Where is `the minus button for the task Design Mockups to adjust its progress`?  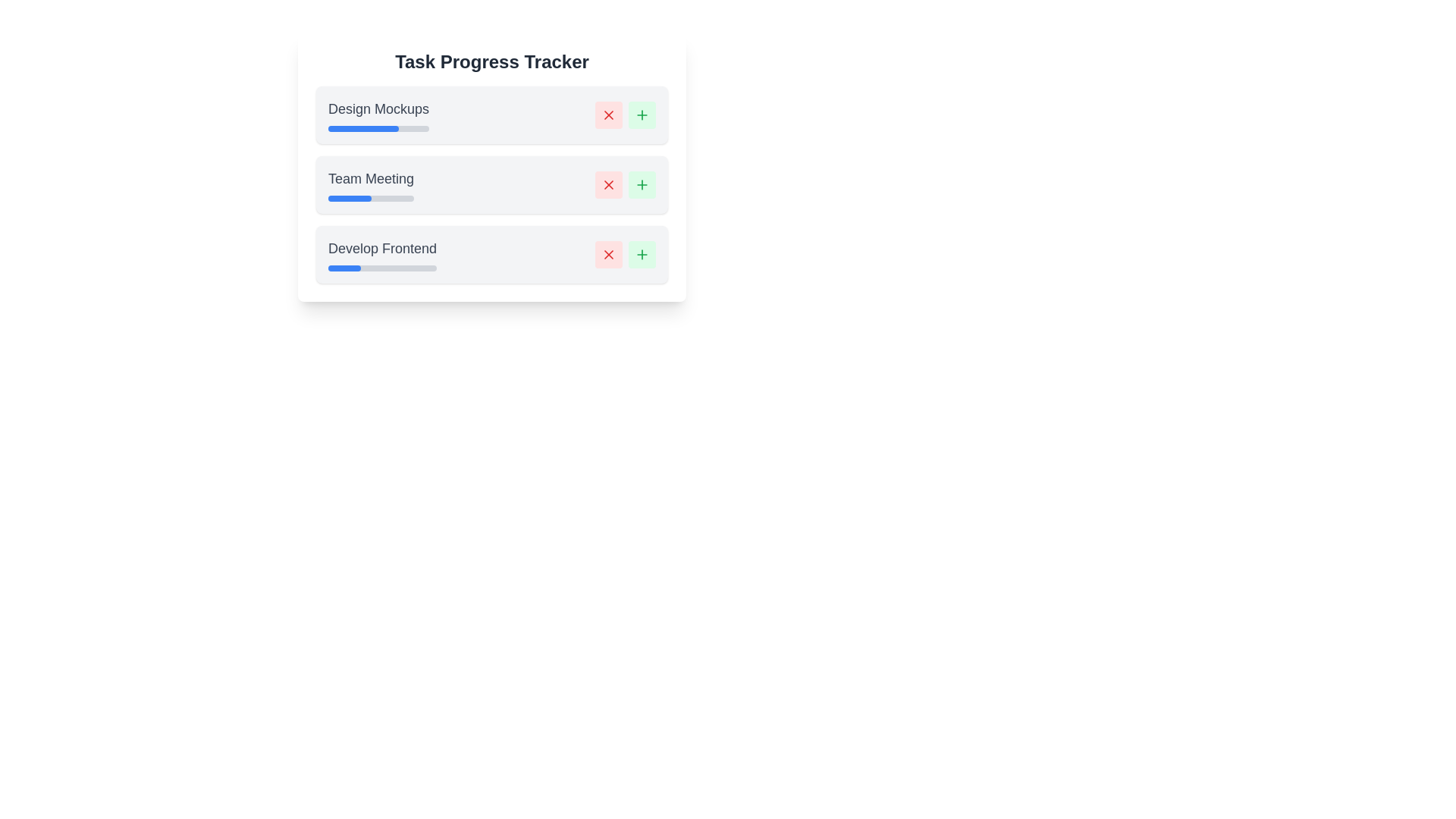 the minus button for the task Design Mockups to adjust its progress is located at coordinates (608, 114).